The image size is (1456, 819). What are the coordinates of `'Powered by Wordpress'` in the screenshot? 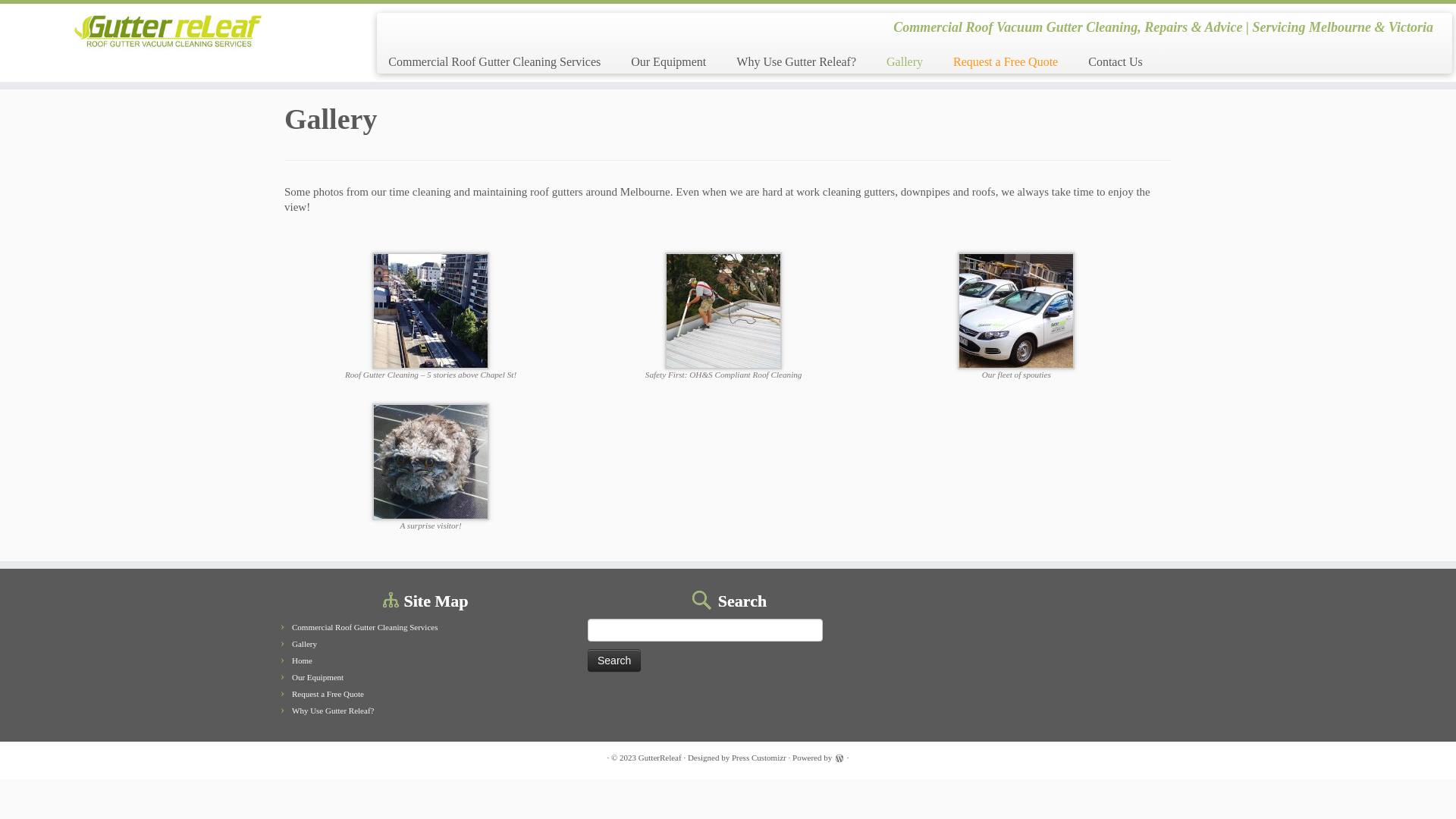 It's located at (839, 758).